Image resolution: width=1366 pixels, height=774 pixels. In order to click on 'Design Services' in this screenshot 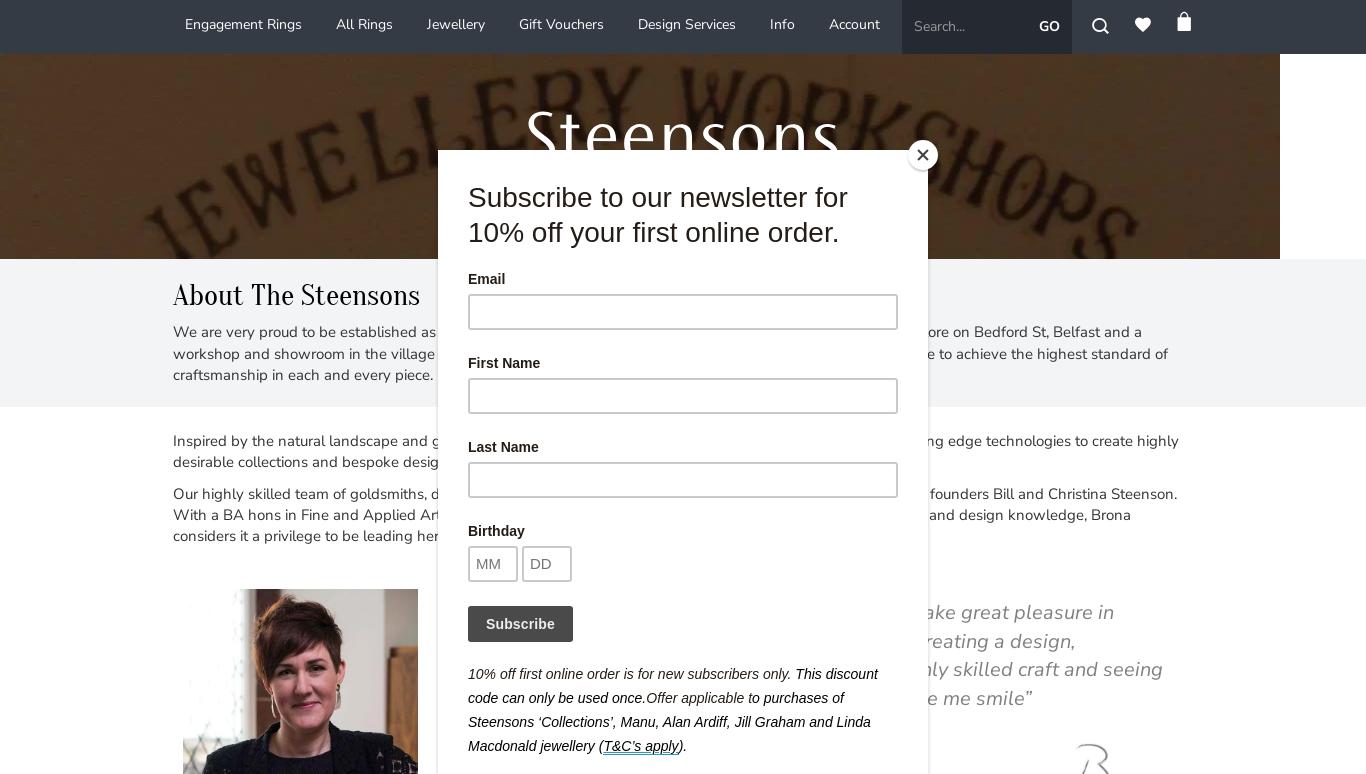, I will do `click(637, 24)`.